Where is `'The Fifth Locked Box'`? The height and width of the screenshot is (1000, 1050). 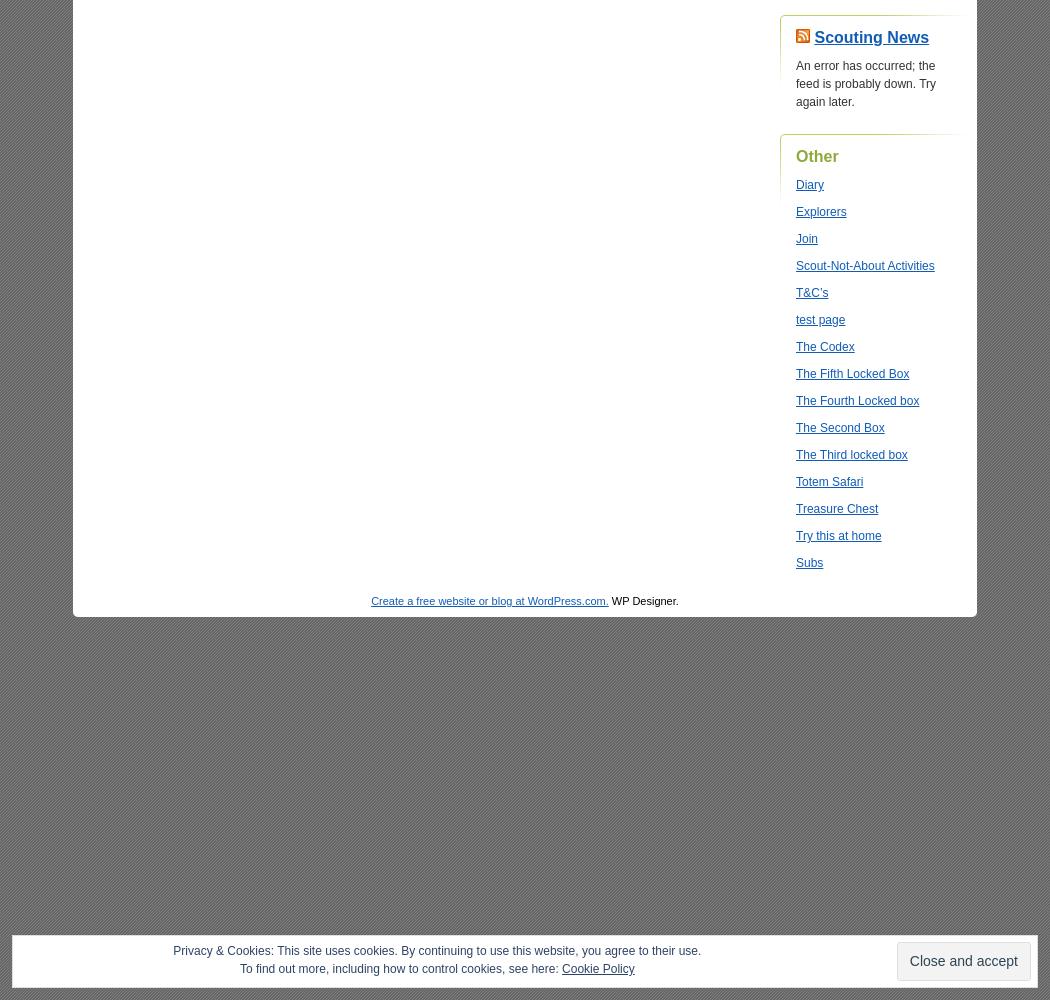
'The Fifth Locked Box' is located at coordinates (852, 373).